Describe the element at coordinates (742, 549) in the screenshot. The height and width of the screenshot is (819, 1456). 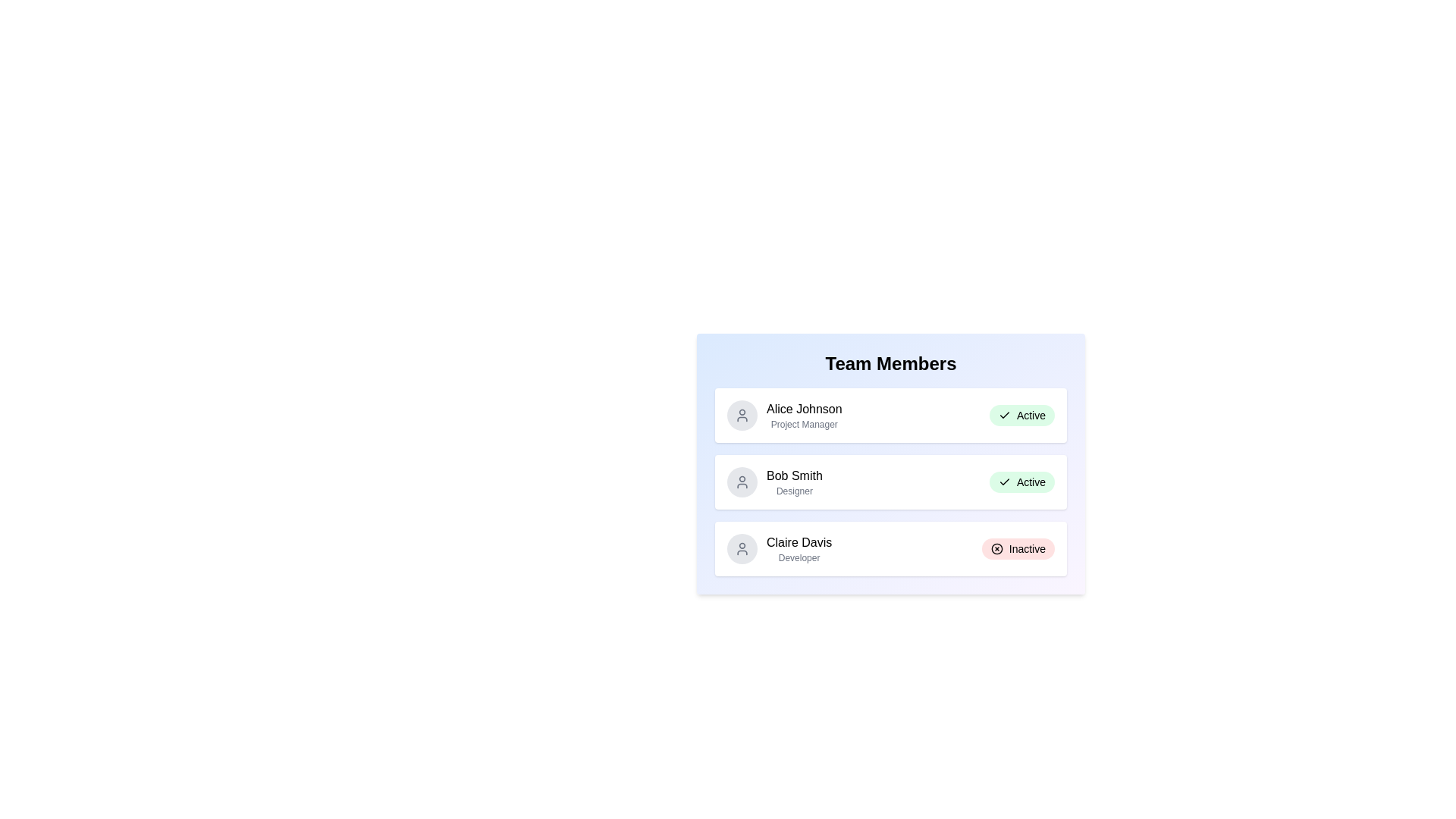
I see `the avatar placeholder for Claire Davis` at that location.